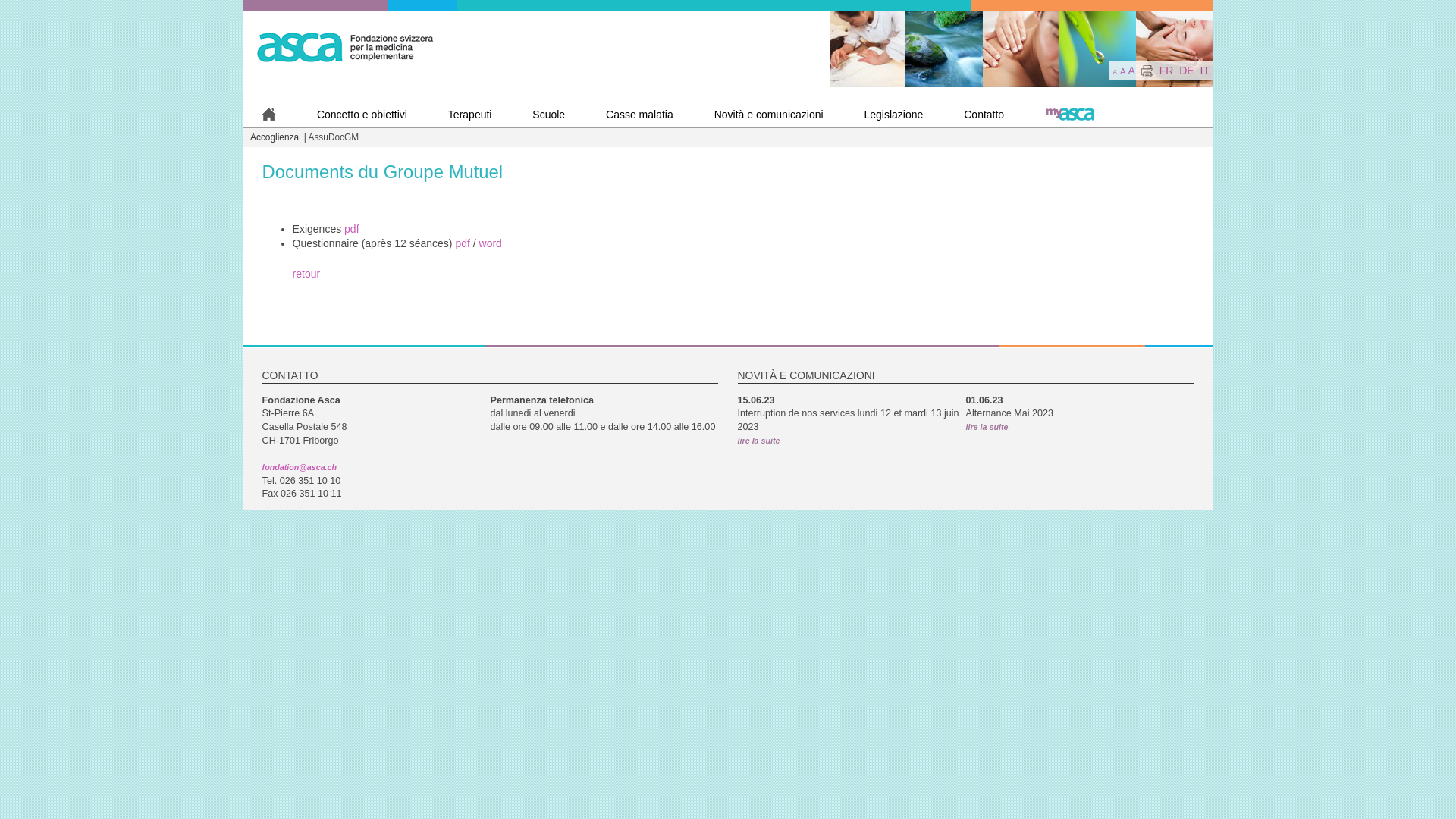 This screenshot has width=1456, height=819. Describe the element at coordinates (1185, 70) in the screenshot. I see `'DE'` at that location.